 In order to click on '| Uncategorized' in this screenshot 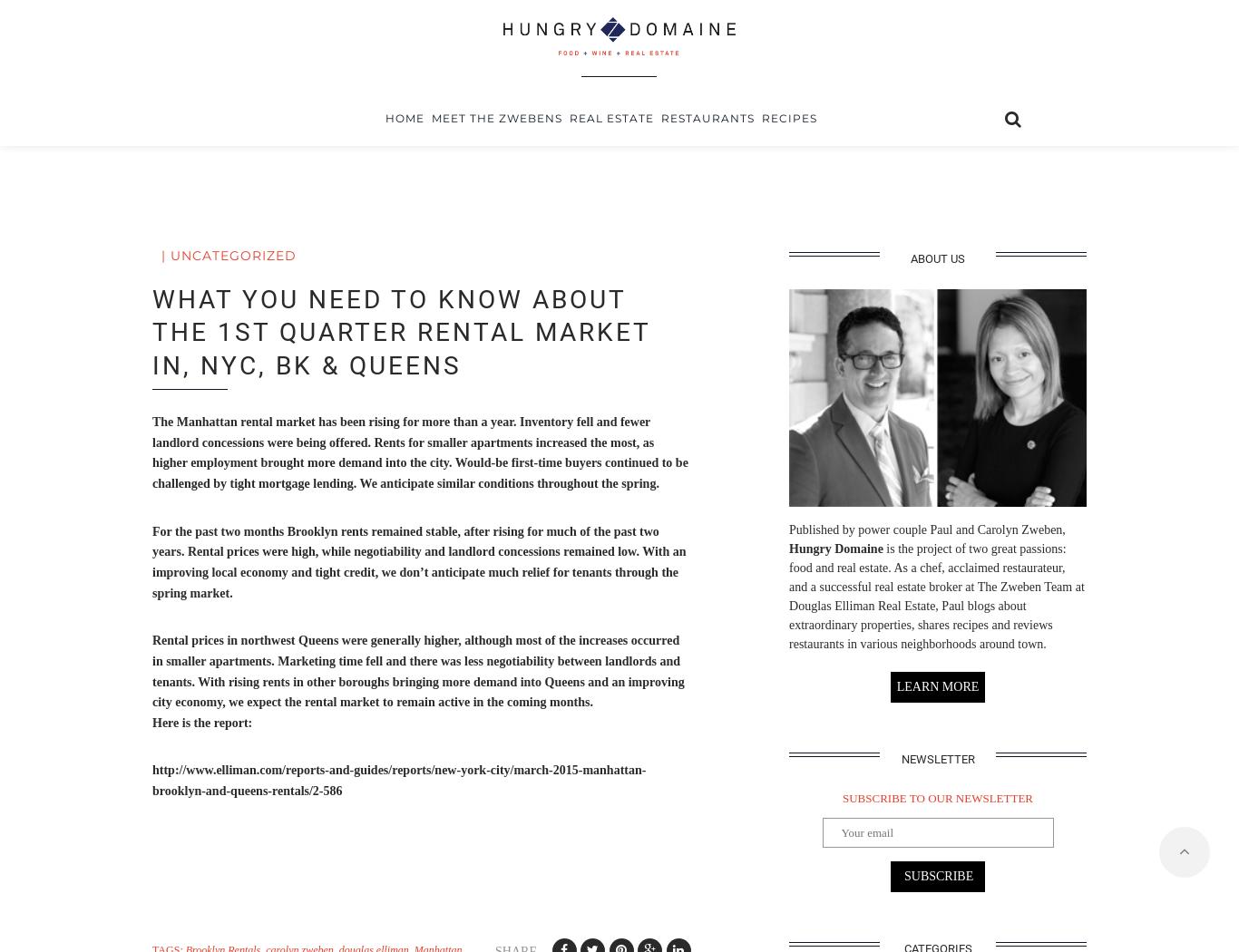, I will do `click(229, 255)`.